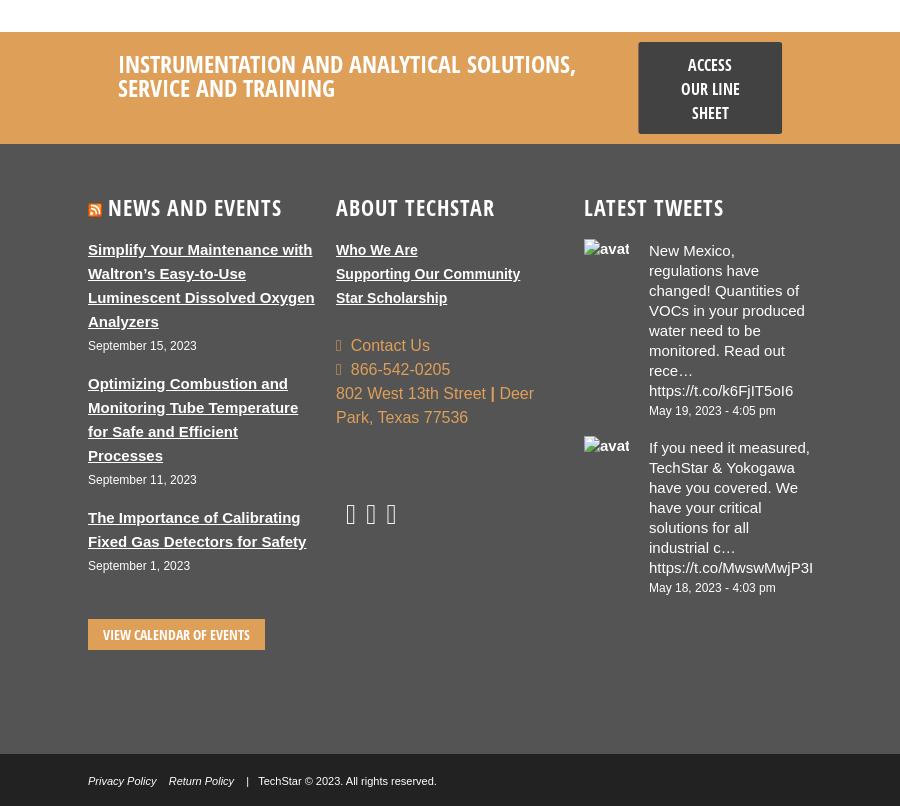 The width and height of the screenshot is (900, 806). I want to click on 'View Calendar of Events', so click(101, 633).